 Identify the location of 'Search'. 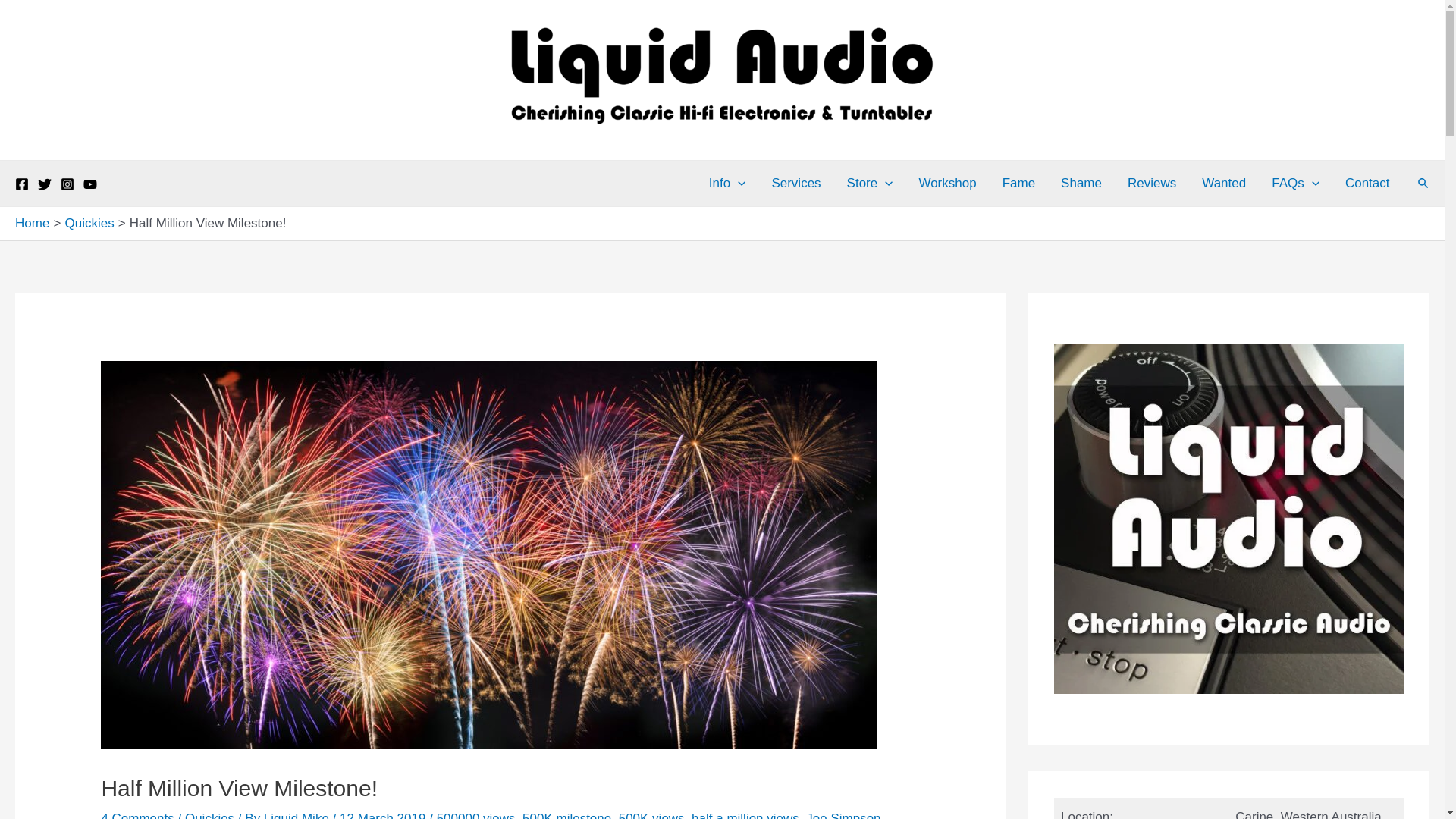
(1423, 182).